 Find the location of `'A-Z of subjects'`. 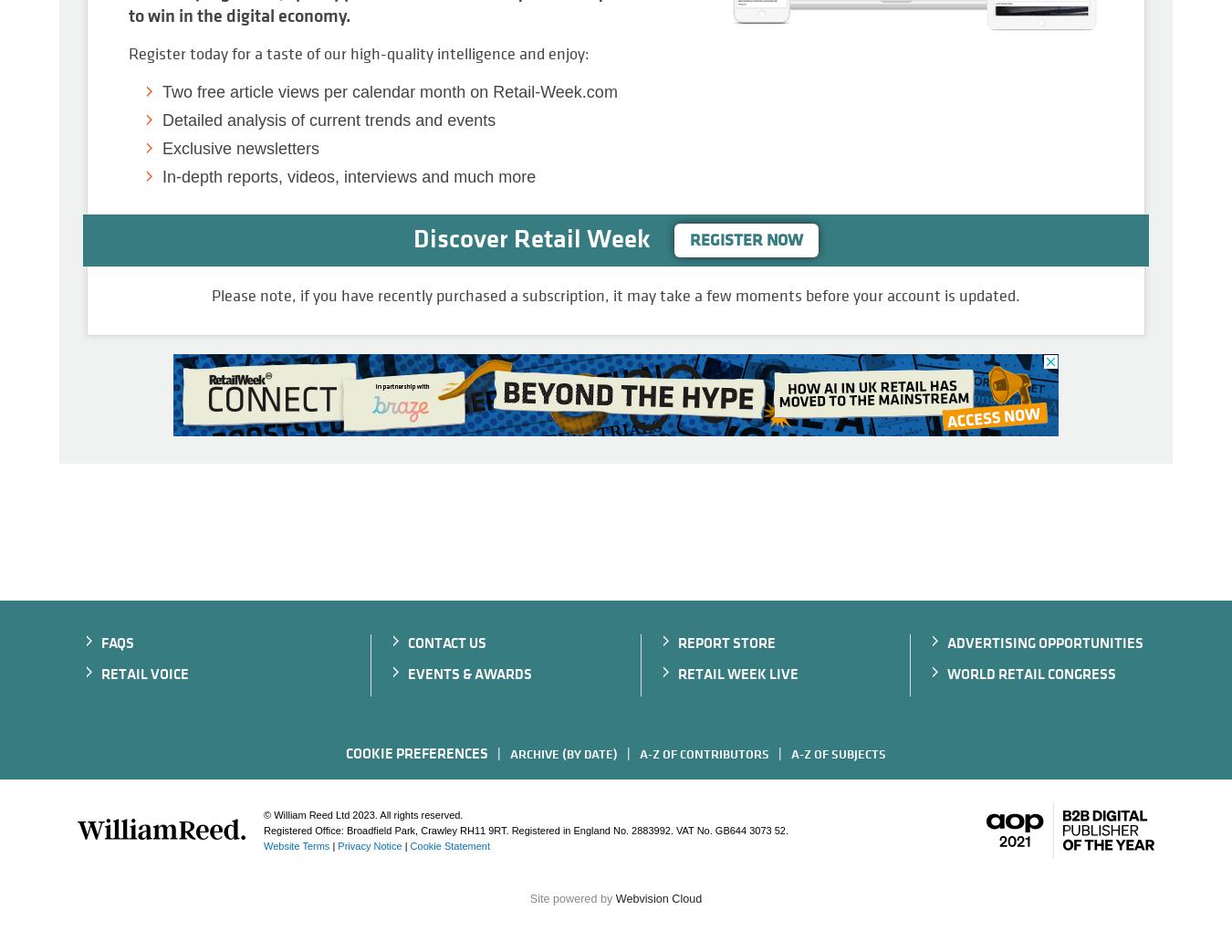

'A-Z of subjects' is located at coordinates (790, 753).